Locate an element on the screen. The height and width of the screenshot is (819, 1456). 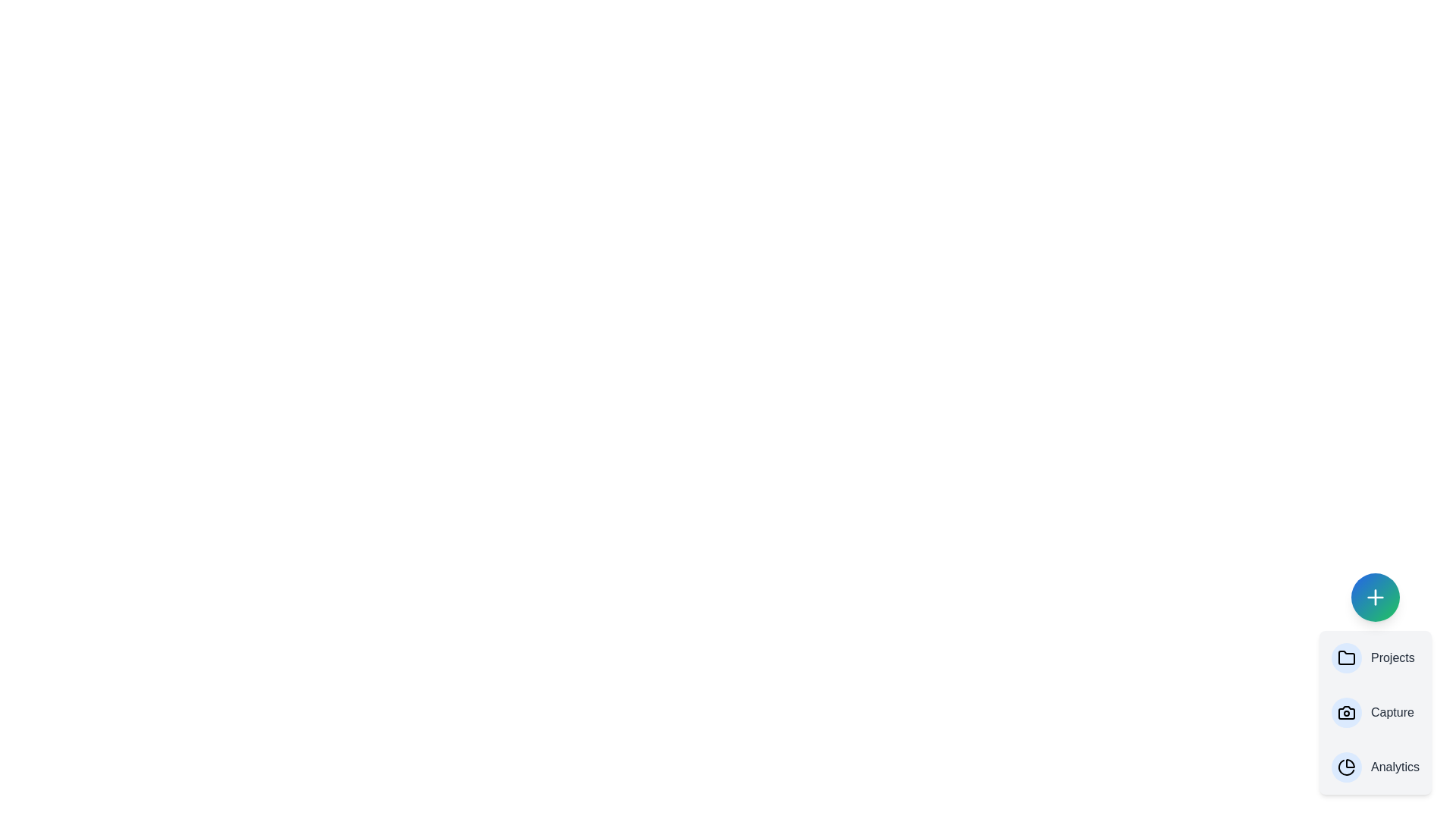
'+' button to toggle the speed dial menu is located at coordinates (1376, 596).